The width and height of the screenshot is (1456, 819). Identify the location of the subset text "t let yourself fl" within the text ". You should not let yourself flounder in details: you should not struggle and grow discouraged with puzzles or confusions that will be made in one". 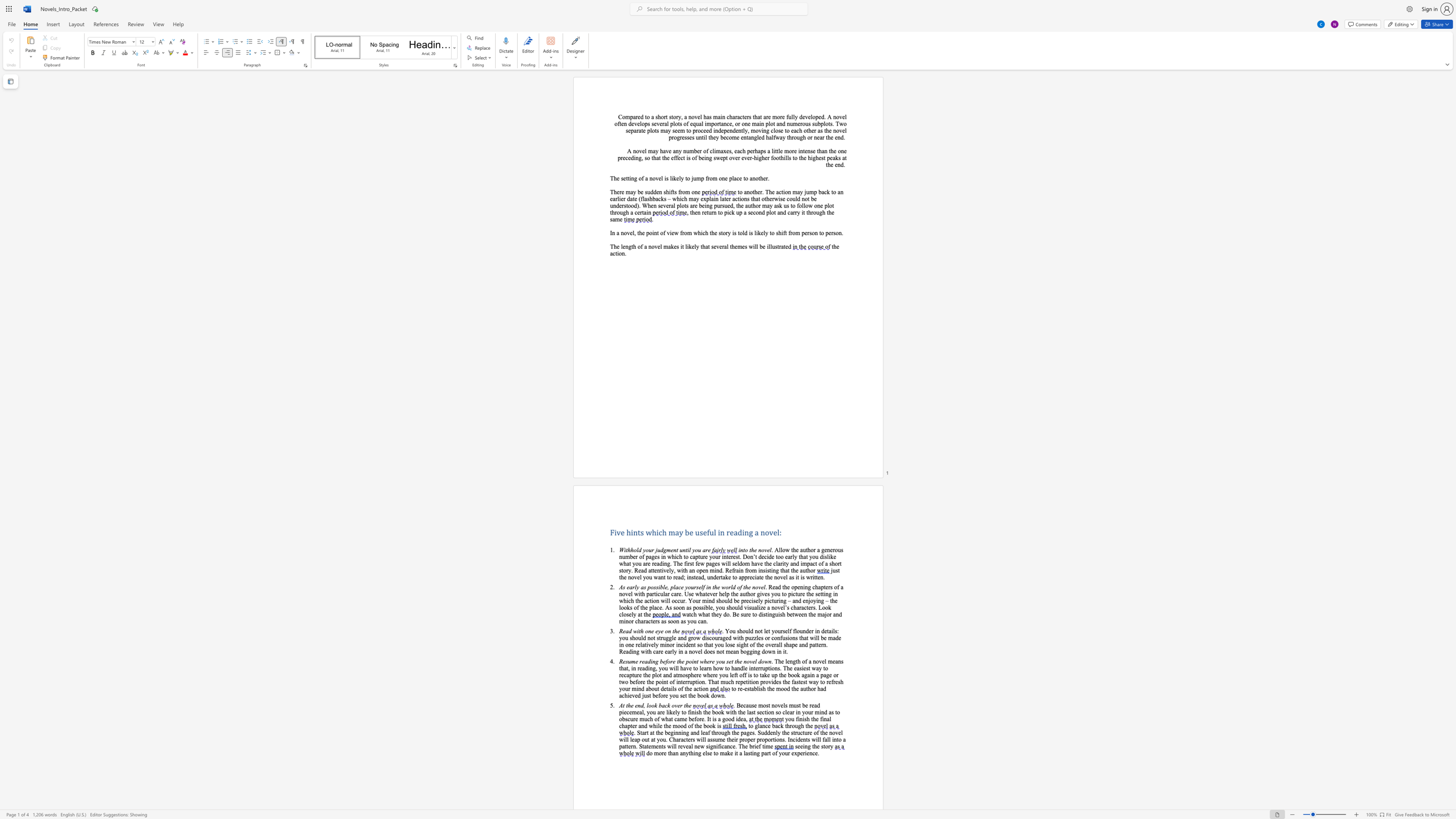
(760, 631).